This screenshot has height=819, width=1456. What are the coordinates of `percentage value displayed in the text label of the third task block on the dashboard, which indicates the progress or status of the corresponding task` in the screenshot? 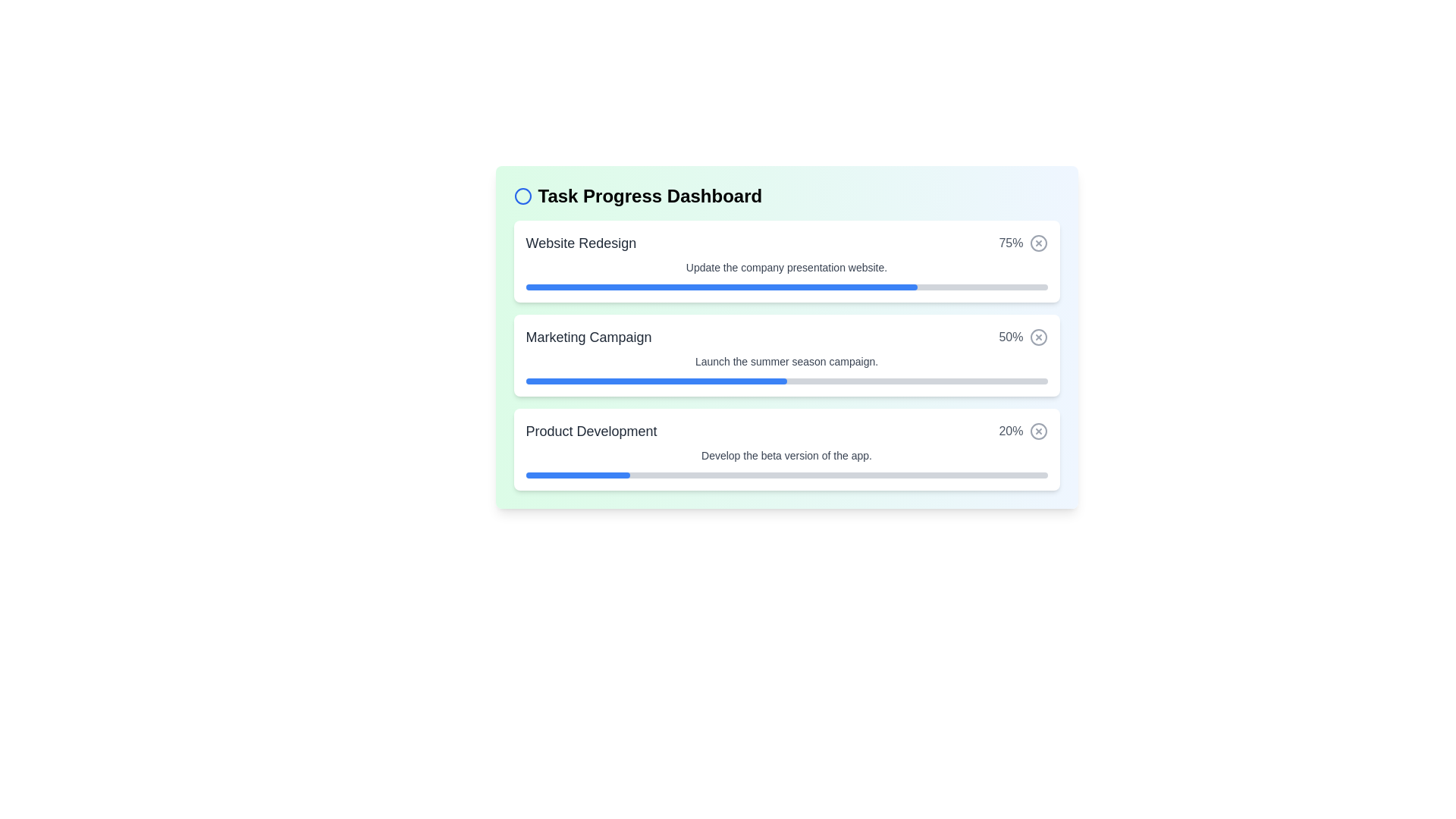 It's located at (1011, 431).